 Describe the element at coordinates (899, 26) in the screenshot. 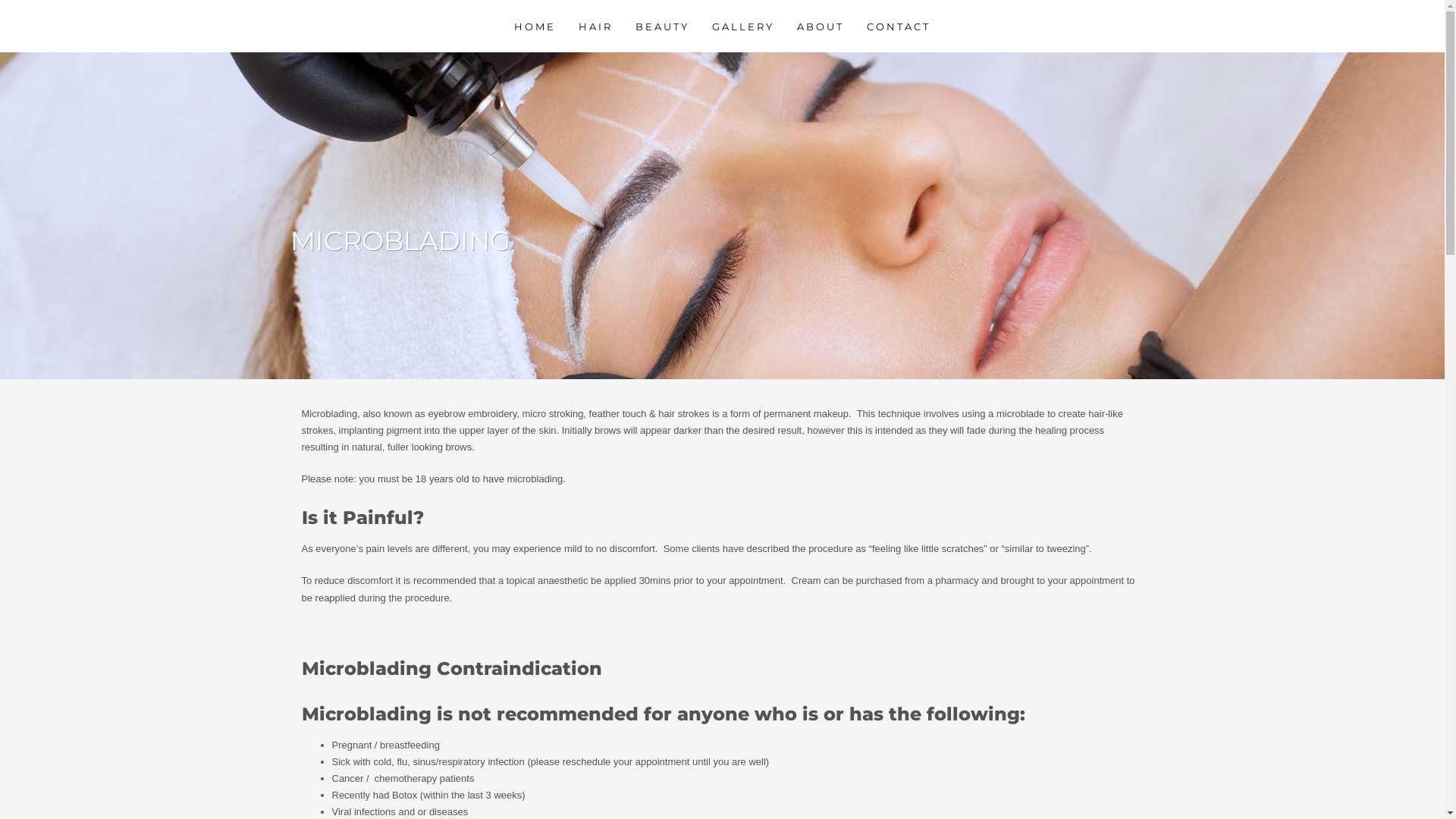

I see `'CONTACT'` at that location.